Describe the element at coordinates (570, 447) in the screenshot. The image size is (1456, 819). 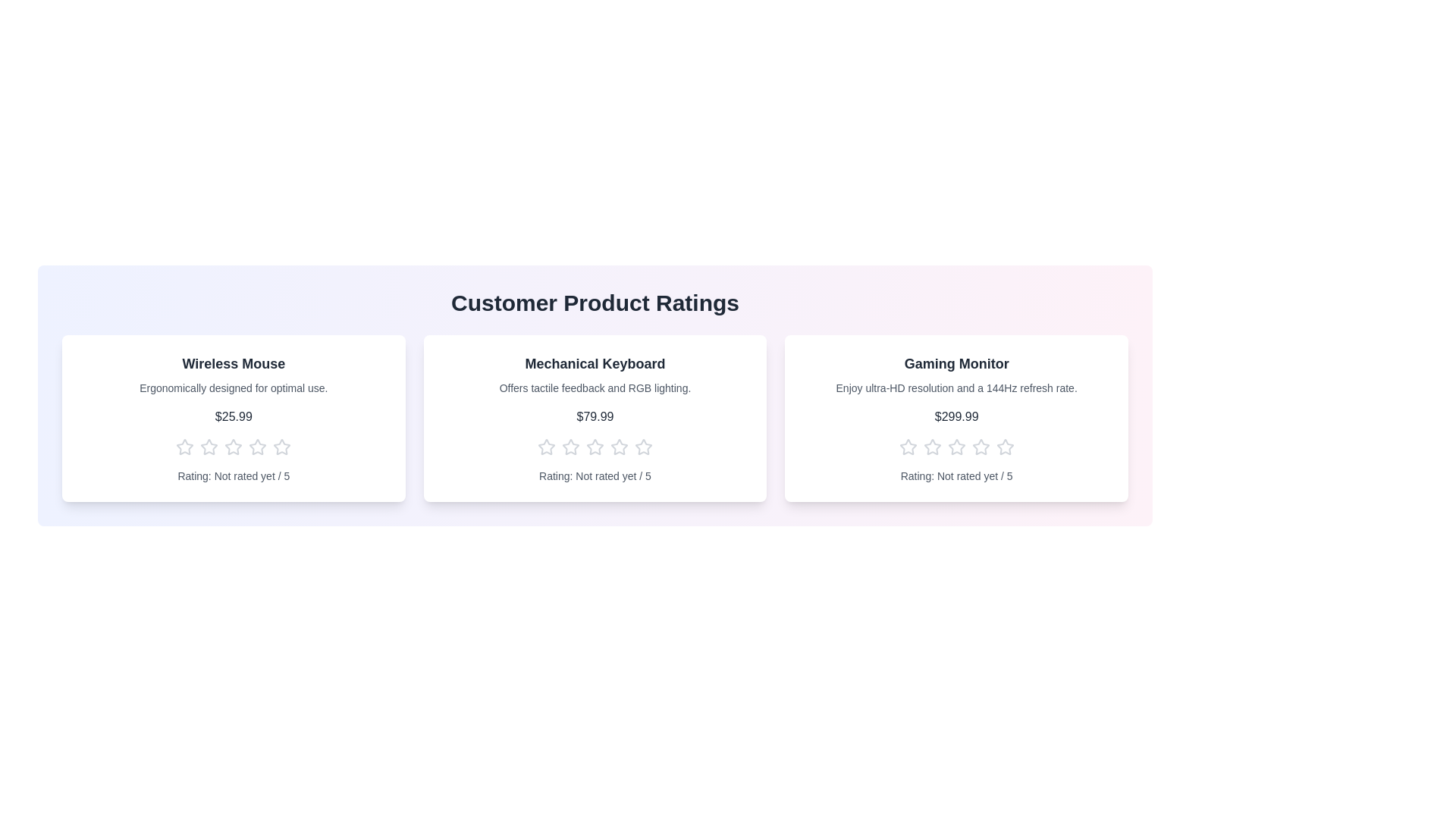
I see `the star corresponding to the rating 2 for the product Mechanical Keyboard` at that location.